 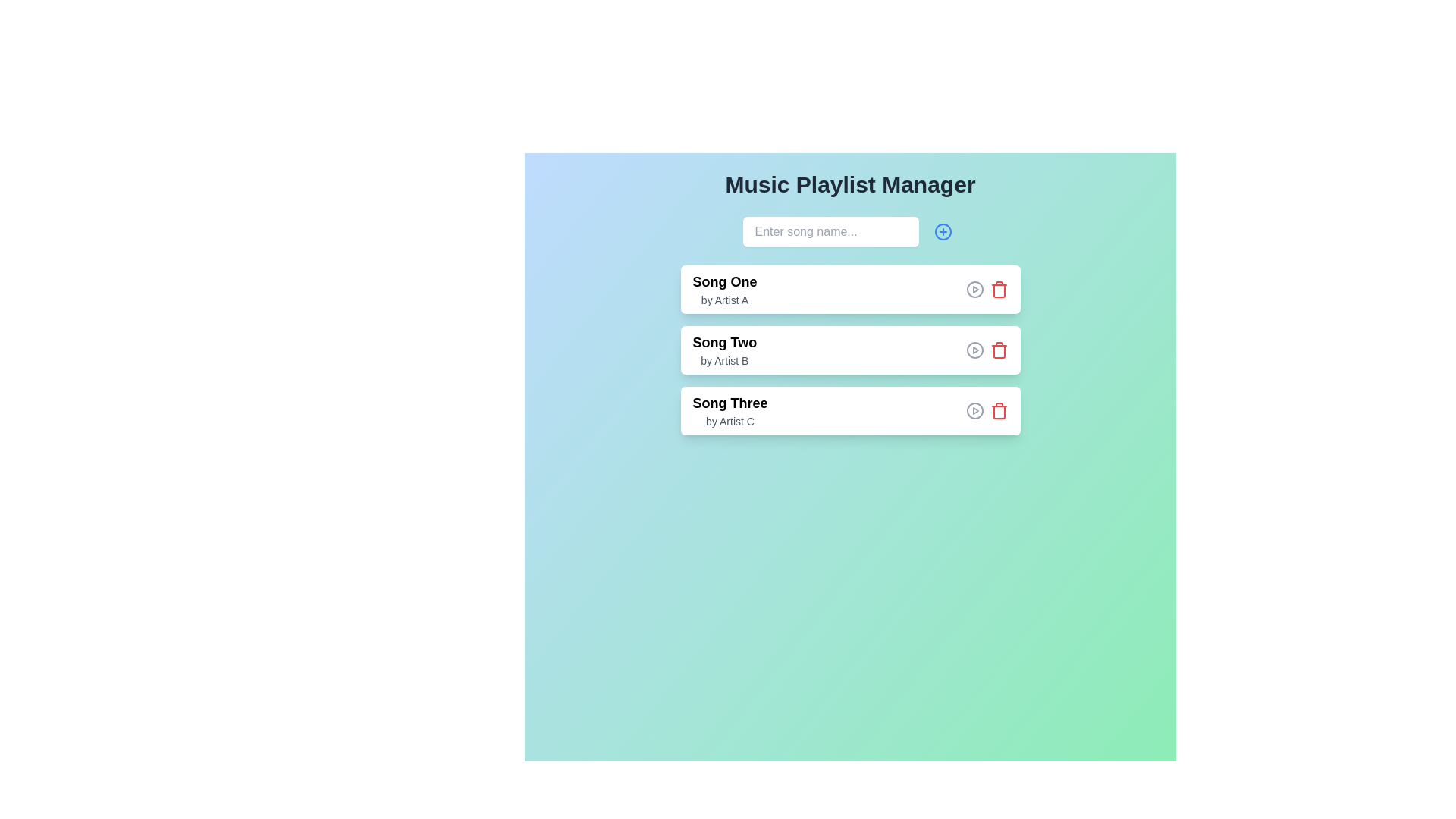 I want to click on the circular gray play icon in the interactive control grouping for 'Song One by Artist A' to play the song, so click(x=987, y=289).